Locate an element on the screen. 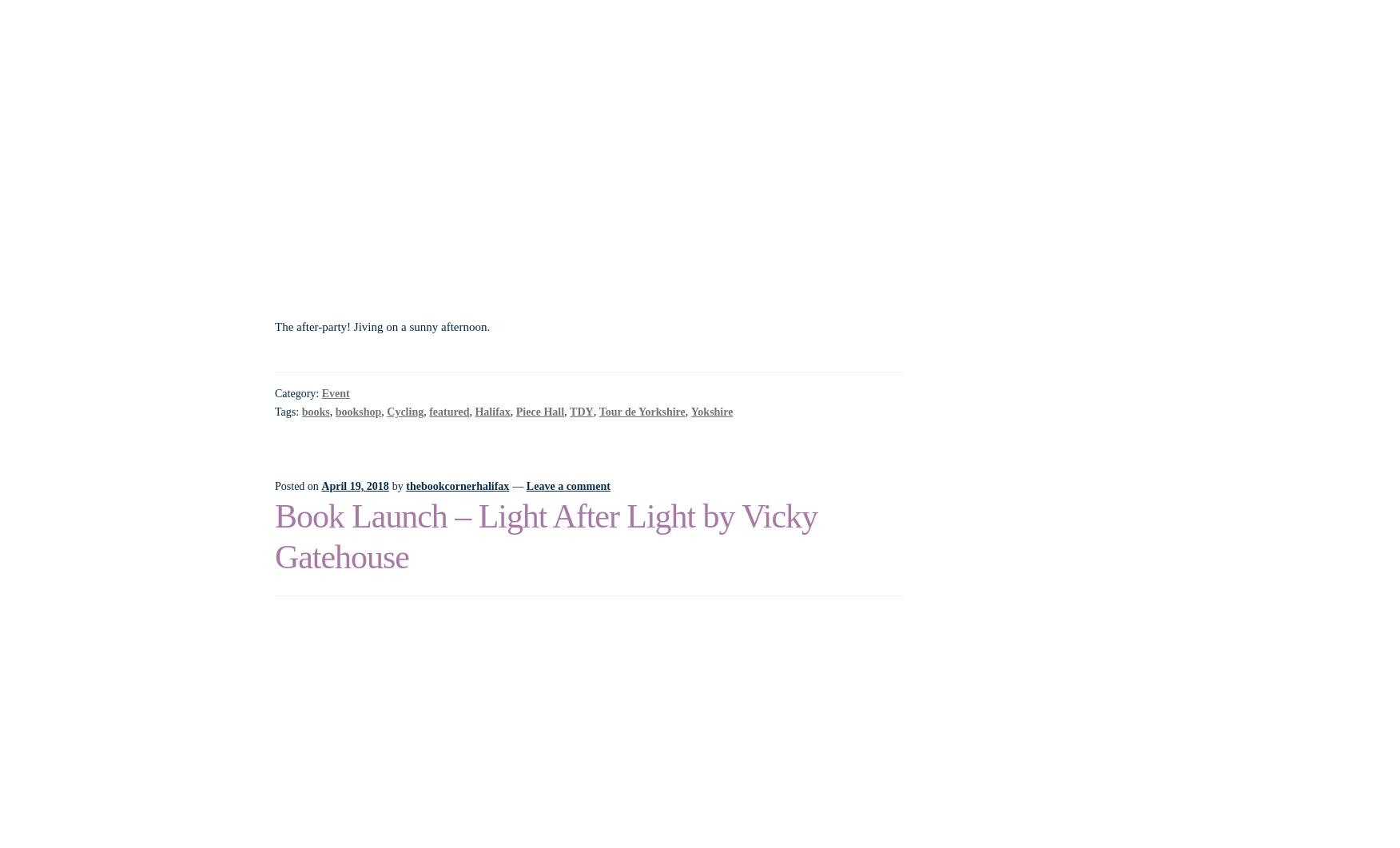  'The after-party! Jiving on a sunny afternoon.' is located at coordinates (274, 325).